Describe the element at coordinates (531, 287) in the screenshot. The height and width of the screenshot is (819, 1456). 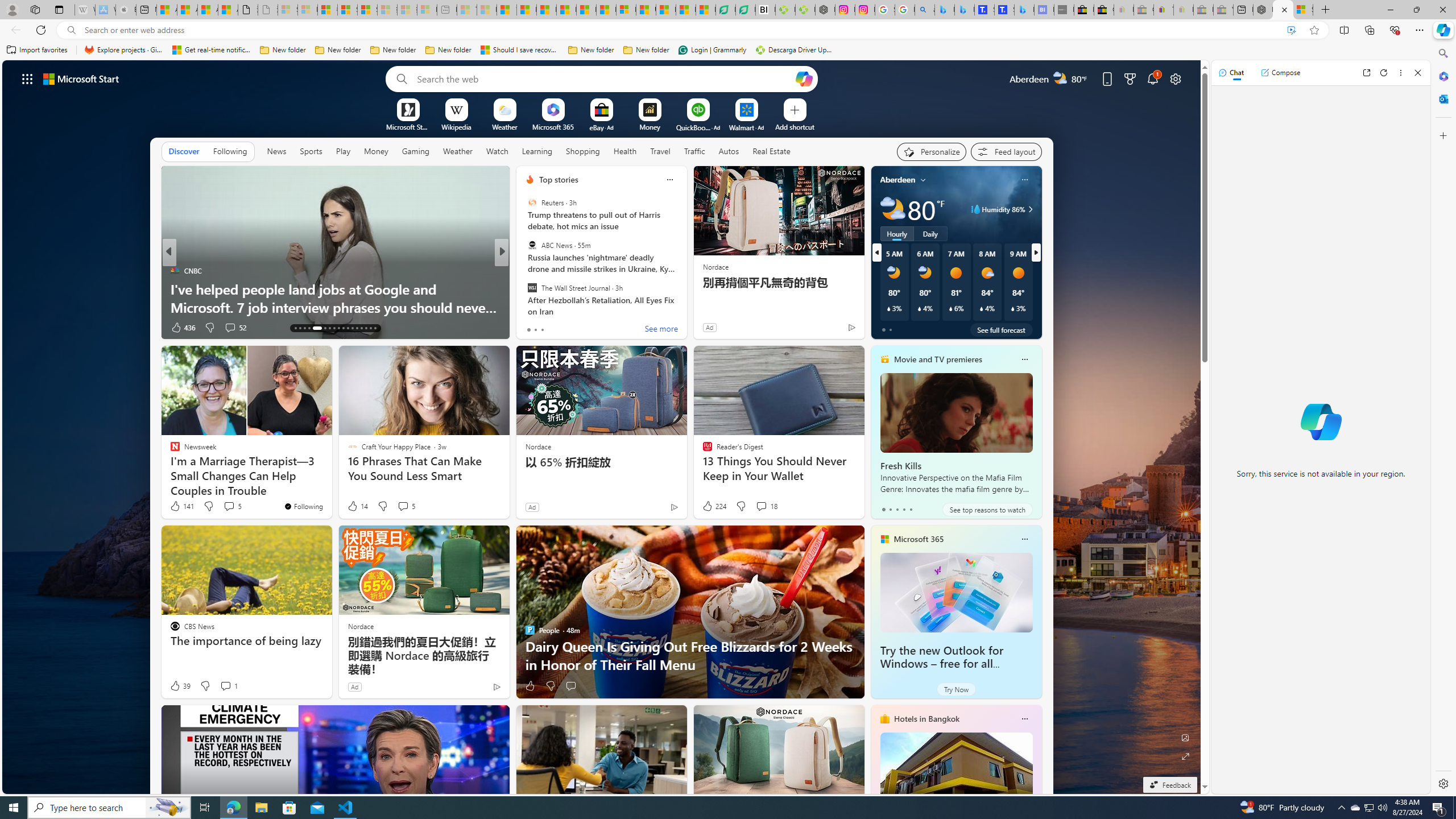
I see `'The Wall Street Journal'` at that location.